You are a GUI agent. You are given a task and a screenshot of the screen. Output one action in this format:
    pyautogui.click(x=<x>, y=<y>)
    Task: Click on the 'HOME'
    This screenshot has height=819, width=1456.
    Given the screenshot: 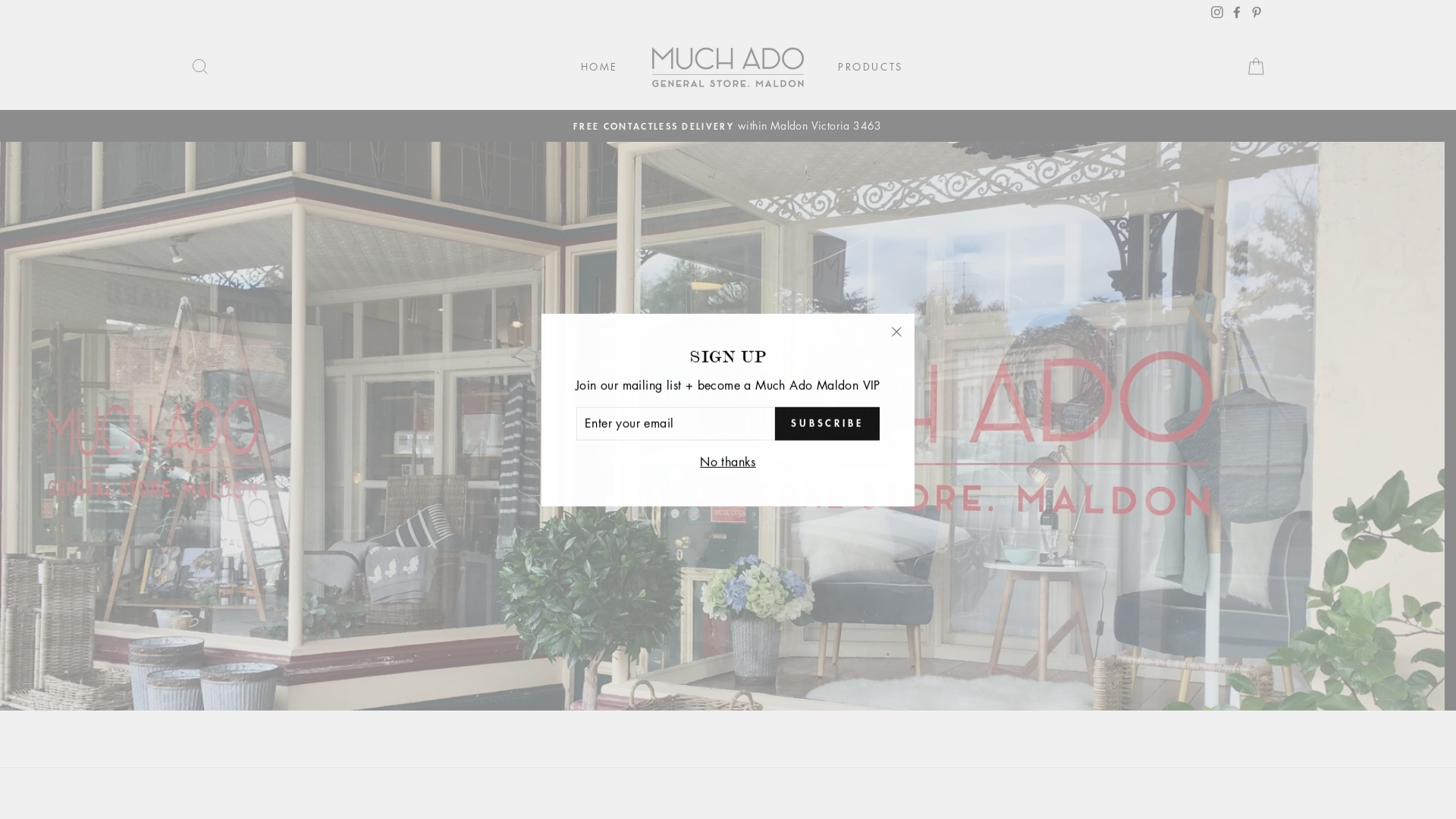 What is the action you would take?
    pyautogui.click(x=592, y=66)
    